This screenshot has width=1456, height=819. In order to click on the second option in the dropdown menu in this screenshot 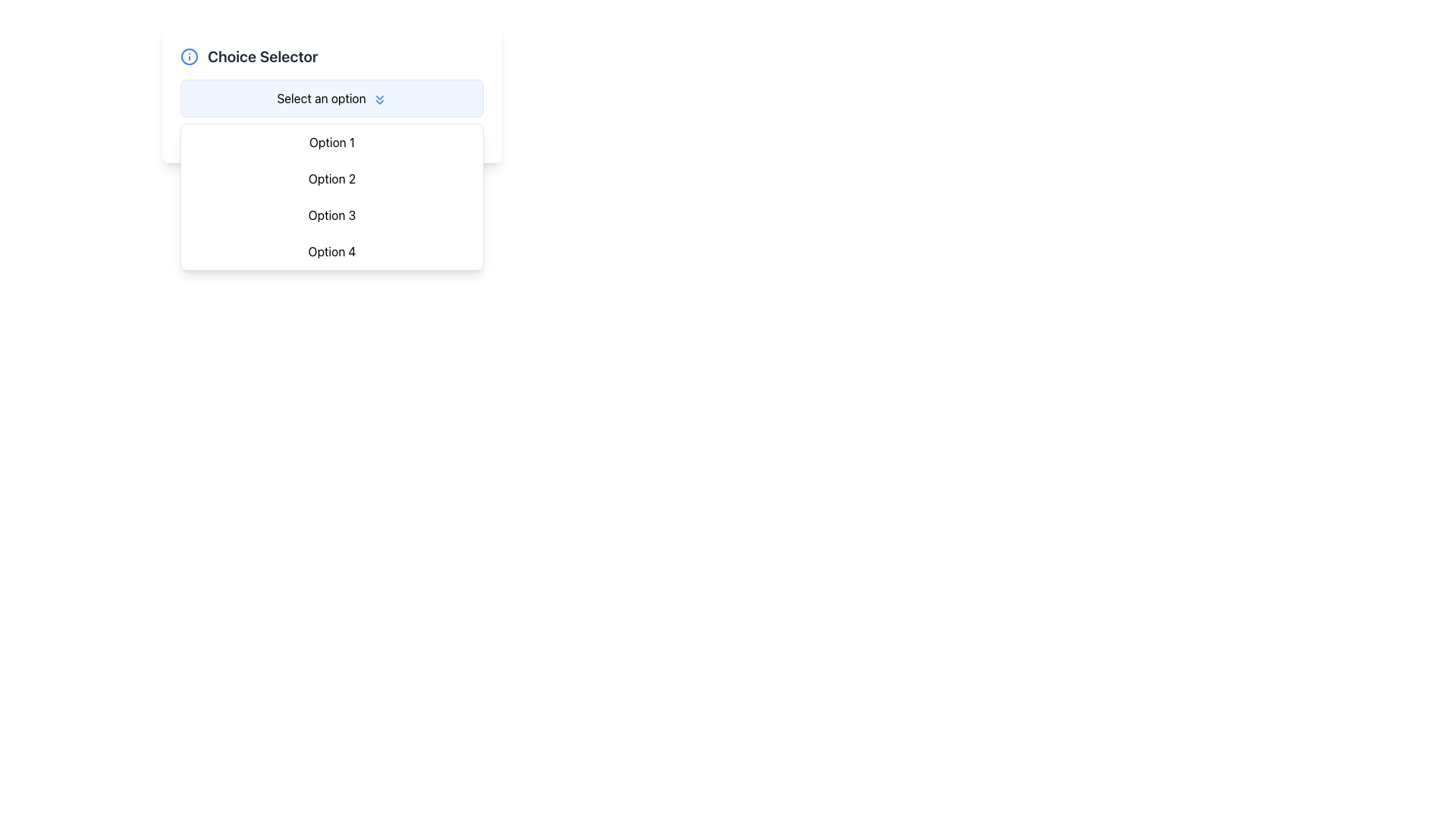, I will do `click(331, 177)`.